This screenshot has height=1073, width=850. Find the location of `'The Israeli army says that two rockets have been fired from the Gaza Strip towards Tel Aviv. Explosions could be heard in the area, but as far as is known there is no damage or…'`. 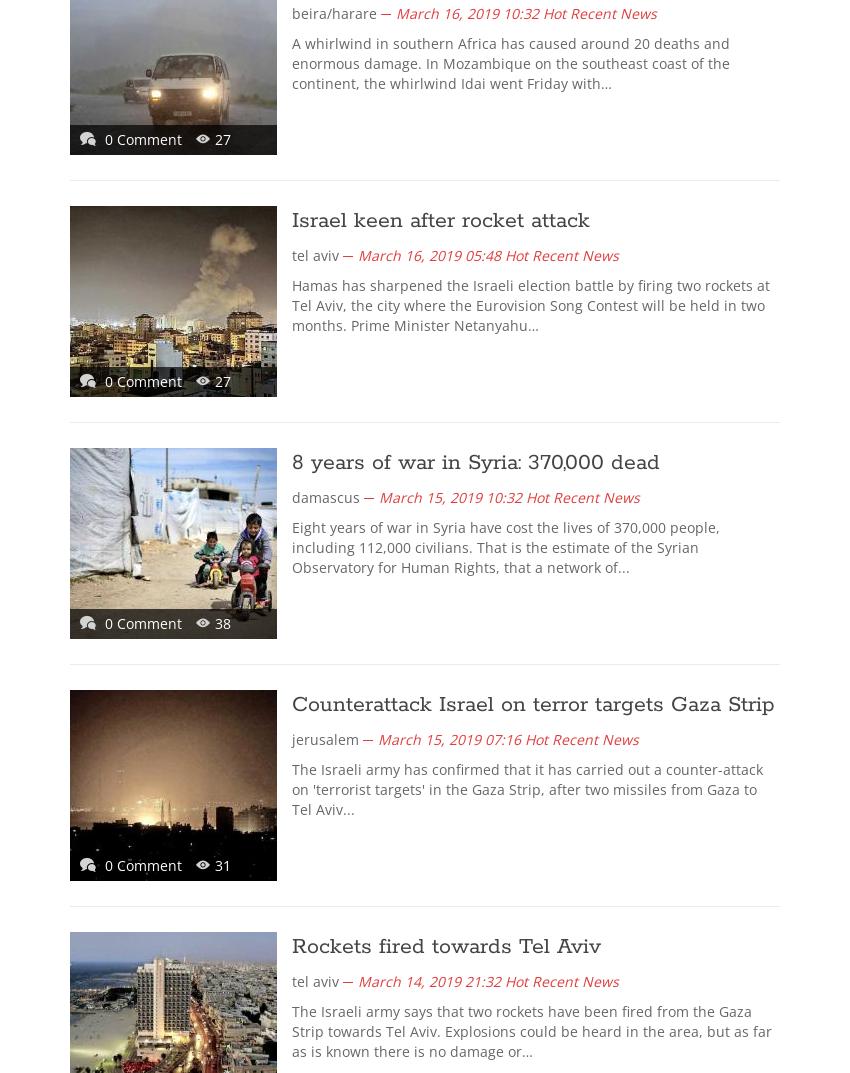

'The Israeli army says that two rockets have been fired from the Gaza Strip towards Tel Aviv. Explosions could be heard in the area, but as far as is known there is no damage or…' is located at coordinates (531, 1031).